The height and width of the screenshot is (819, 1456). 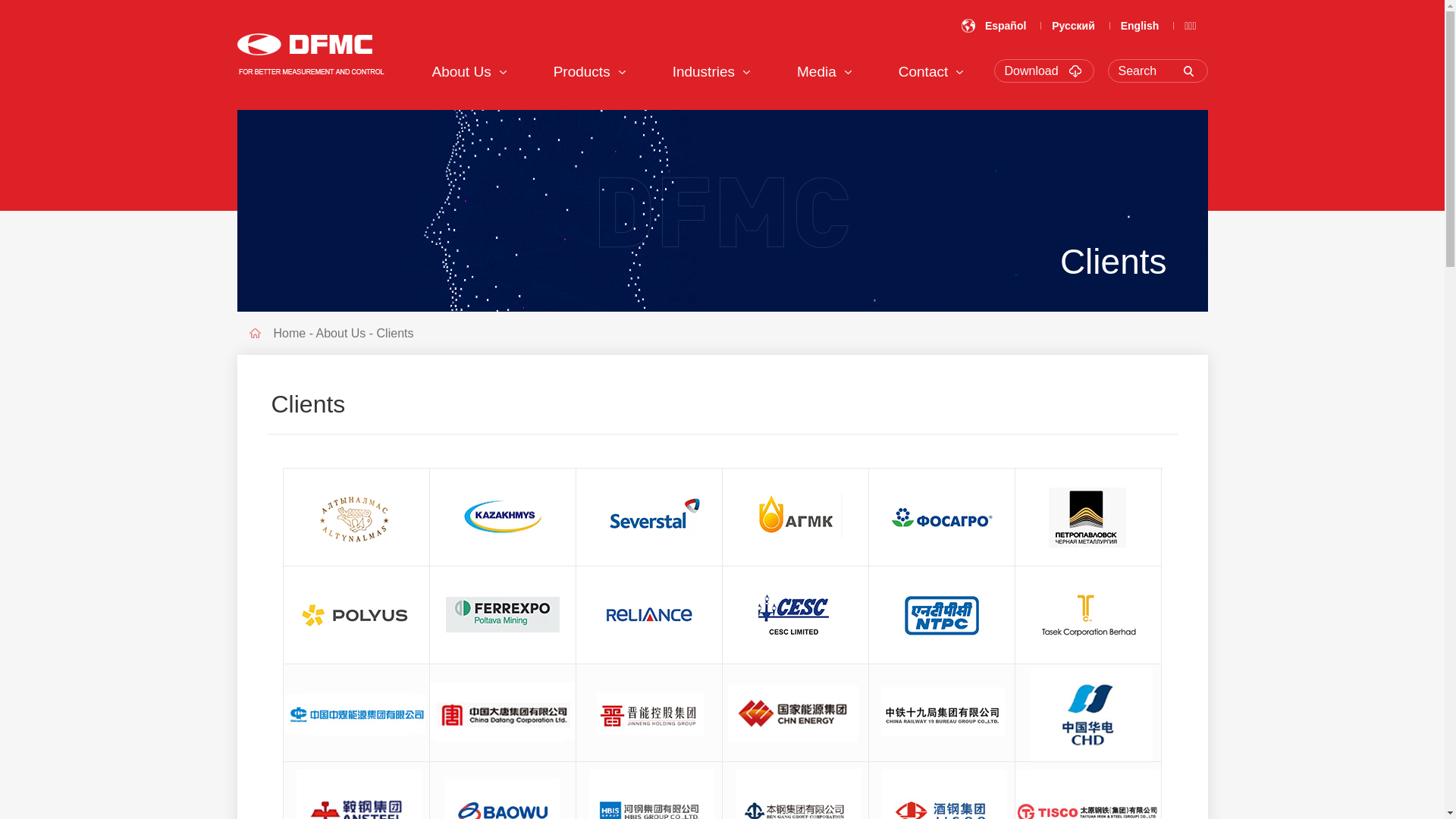 What do you see at coordinates (702, 71) in the screenshot?
I see `'Industries'` at bounding box center [702, 71].